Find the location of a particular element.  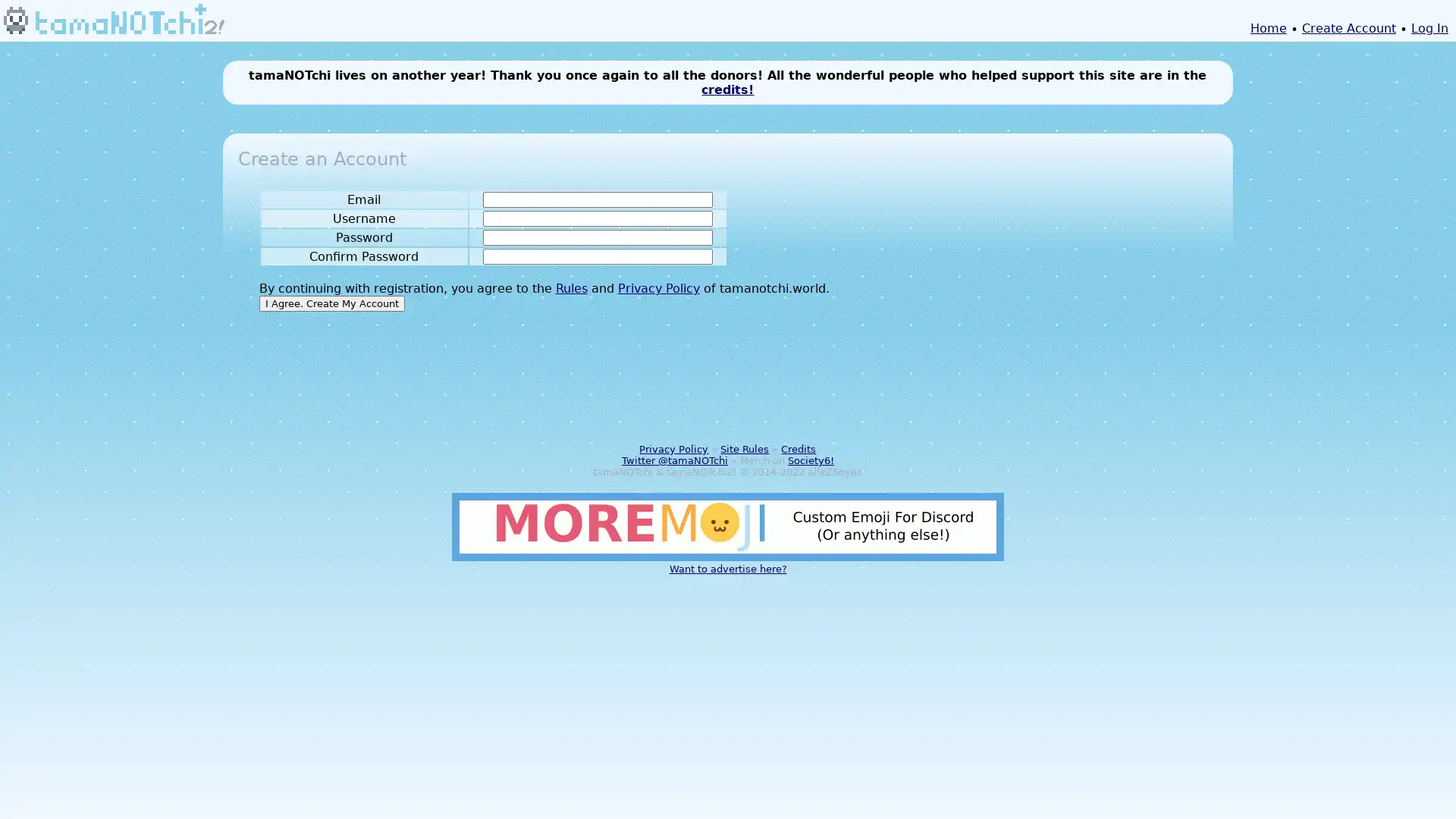

I Agree. Create My Account is located at coordinates (330, 303).